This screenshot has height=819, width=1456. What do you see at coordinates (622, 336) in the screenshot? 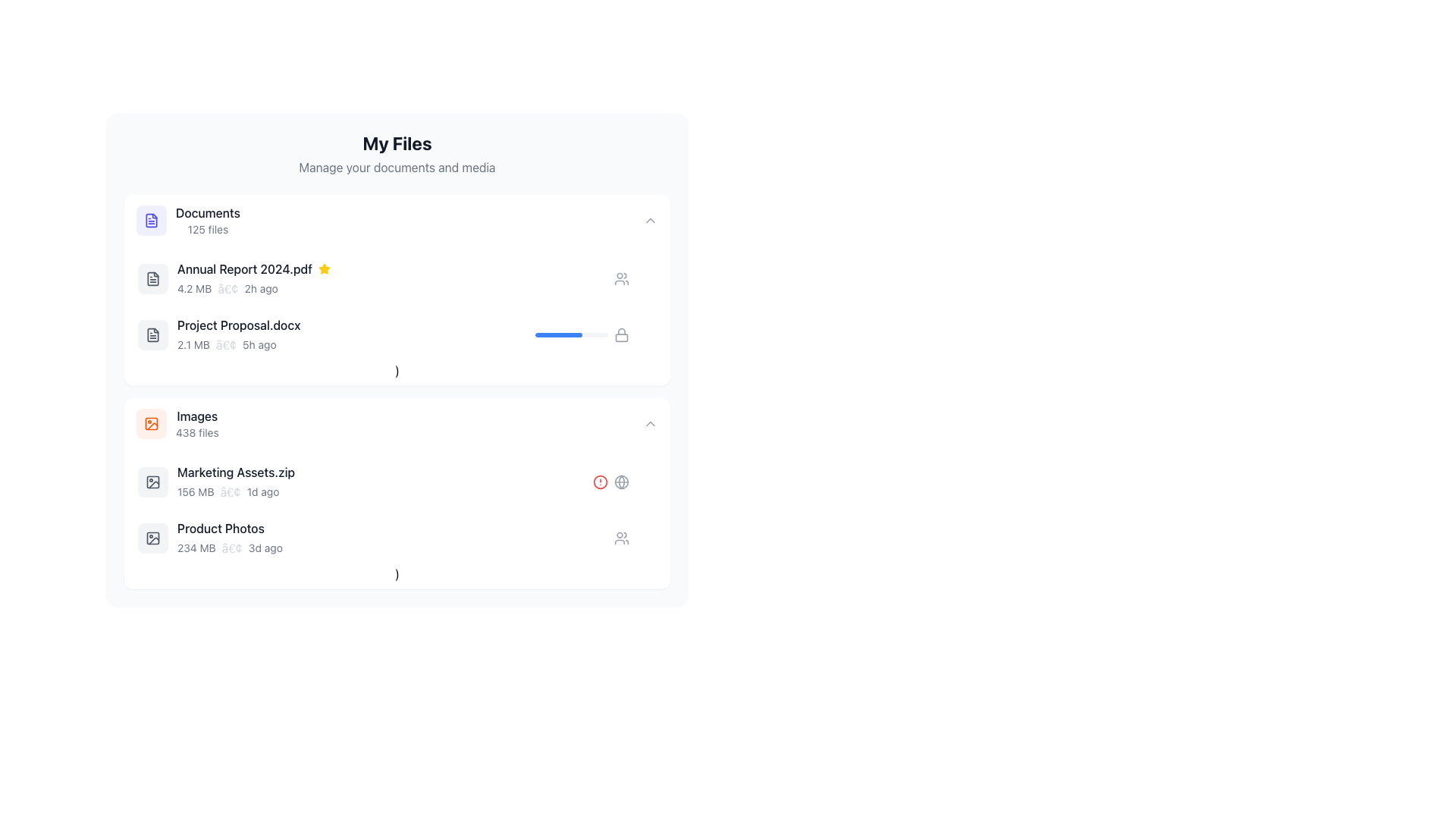
I see `the rectangular component of the lock icon representing file security for the 'Project Proposal.docx' entry, located in the upper-right corner of the file entry, to the right of the blue progress bar` at bounding box center [622, 336].